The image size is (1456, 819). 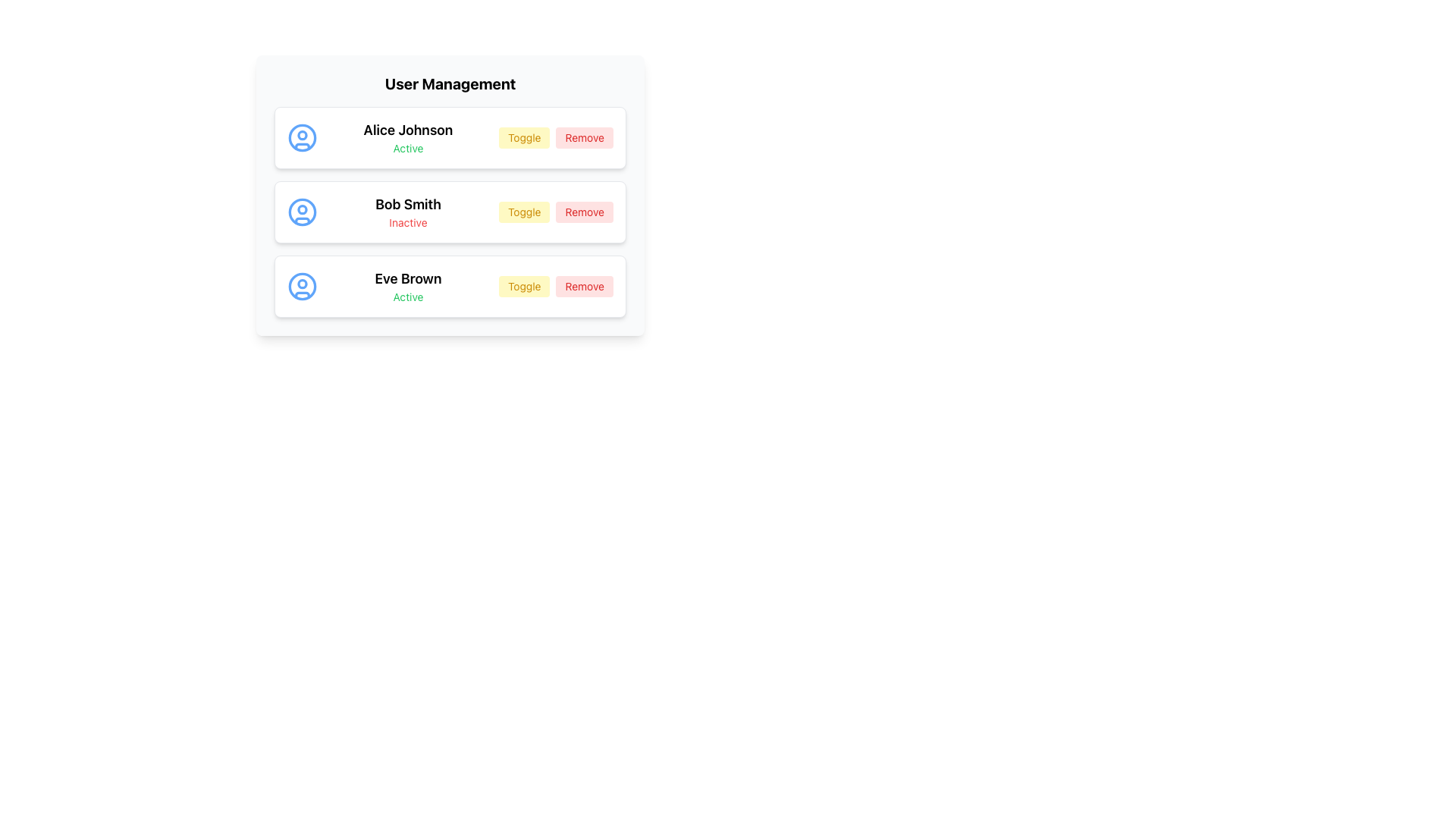 What do you see at coordinates (302, 137) in the screenshot?
I see `the user icon representing 'Alice Johnson'` at bounding box center [302, 137].